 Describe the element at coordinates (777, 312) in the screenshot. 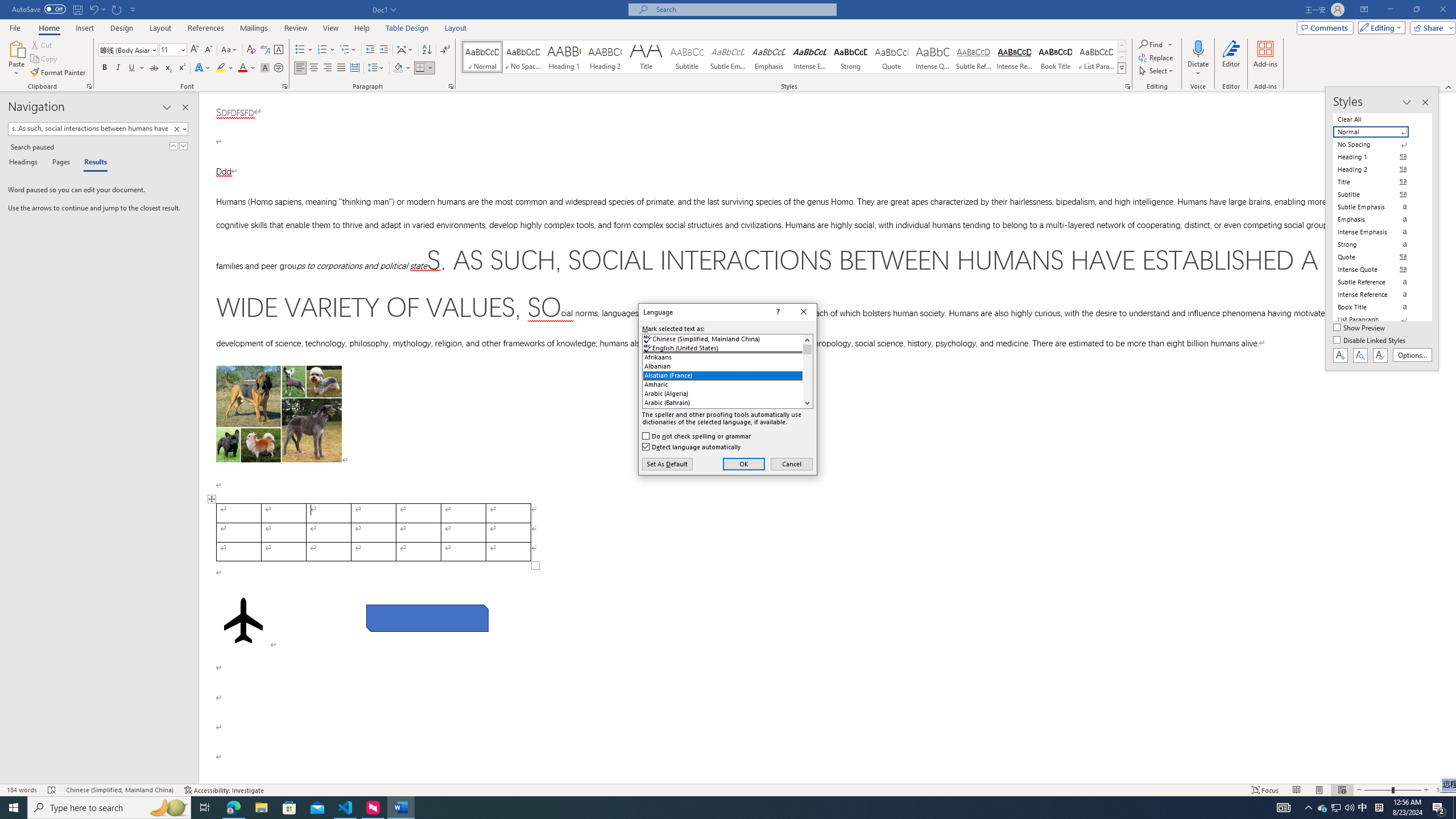

I see `'Context help'` at that location.